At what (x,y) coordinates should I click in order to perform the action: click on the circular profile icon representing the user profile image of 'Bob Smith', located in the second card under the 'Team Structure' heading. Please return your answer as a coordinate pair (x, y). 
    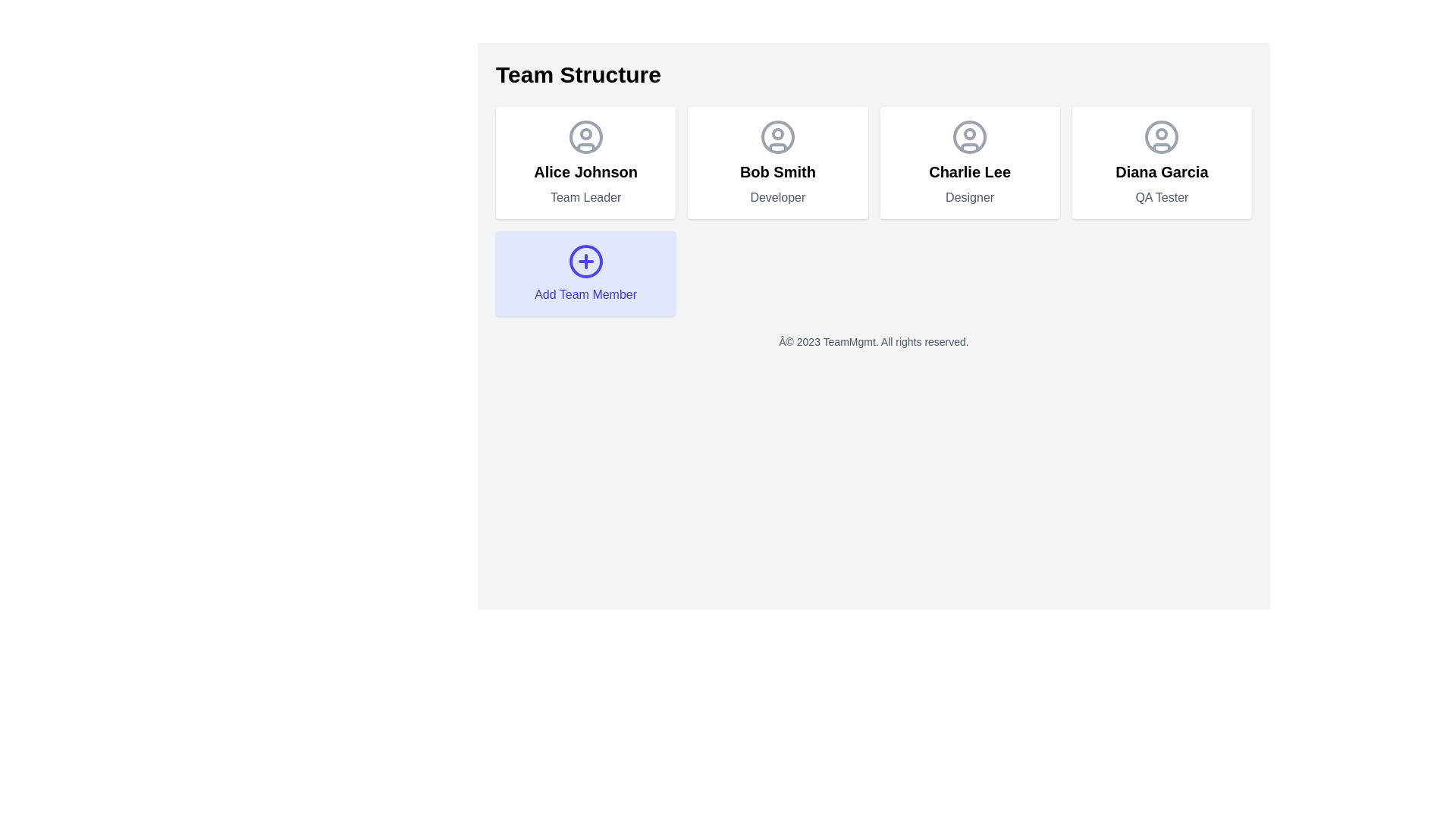
    Looking at the image, I should click on (777, 137).